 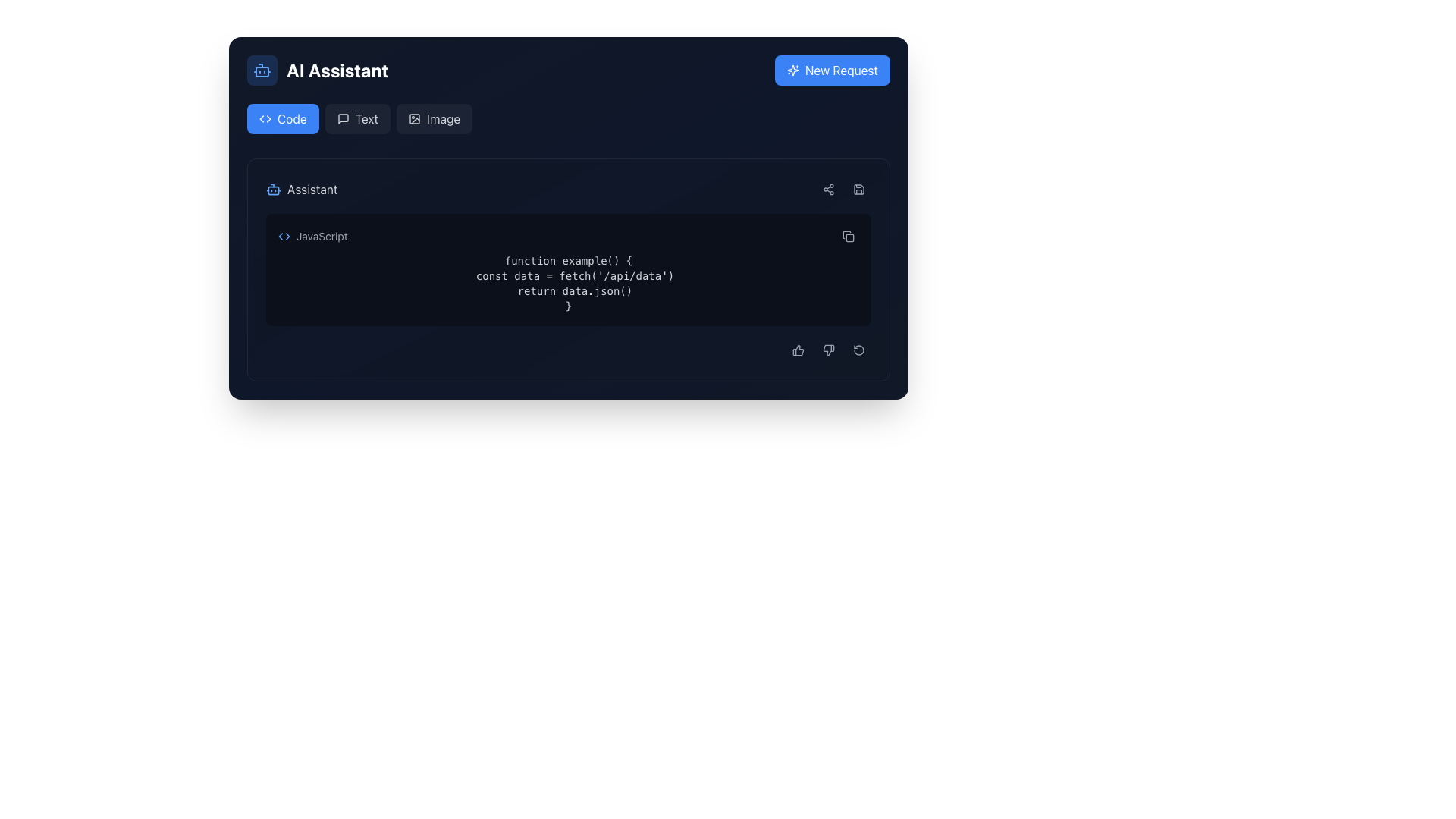 I want to click on the small graphical representation icon in the toolbar that depicts save functionality, so click(x=858, y=189).